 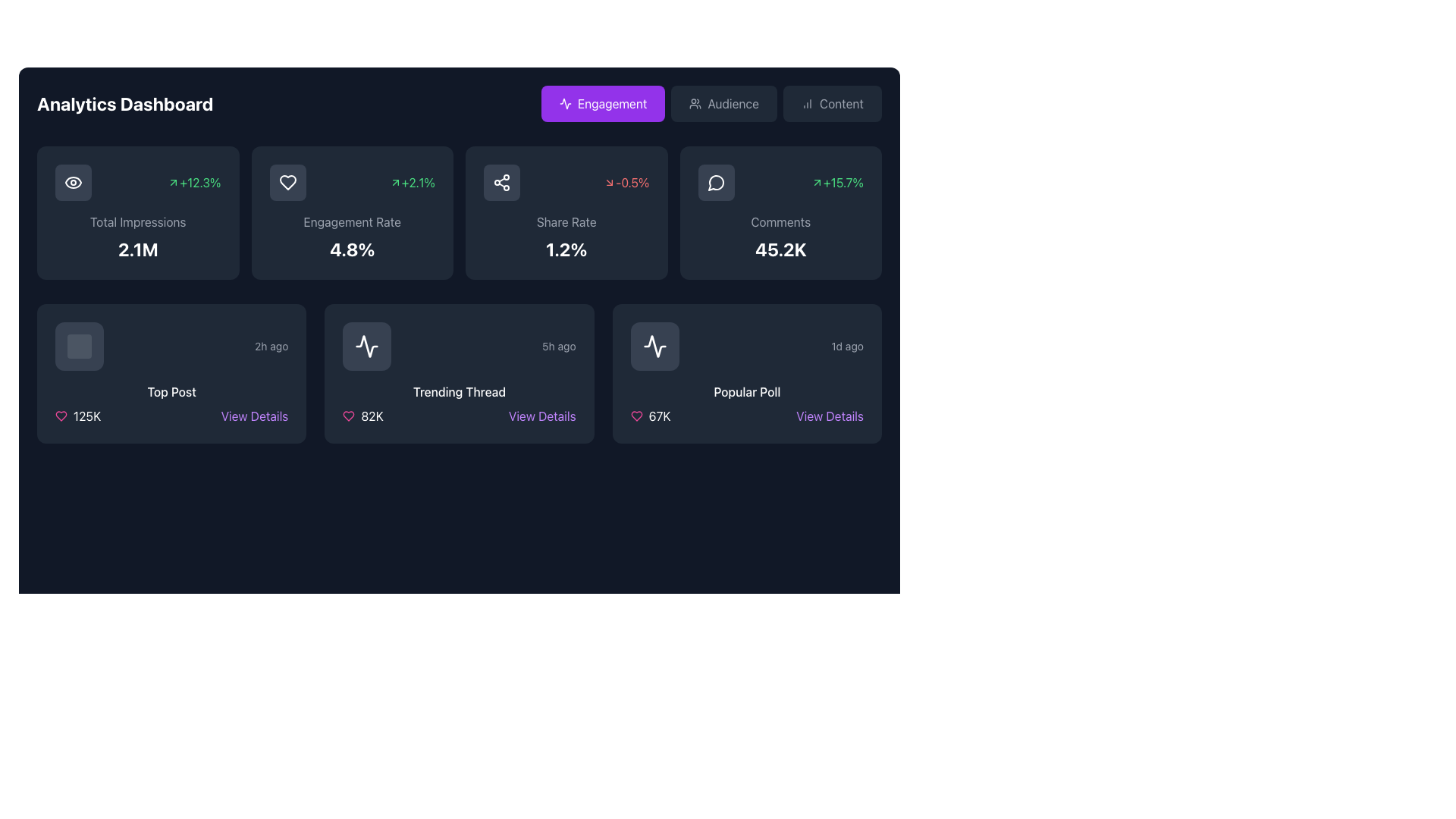 What do you see at coordinates (816, 181) in the screenshot?
I see `the small green upward-right arrow icon located in the upper-middle section of the 'Comments' card, adjacent to the '+15.7%' percentage value` at bounding box center [816, 181].